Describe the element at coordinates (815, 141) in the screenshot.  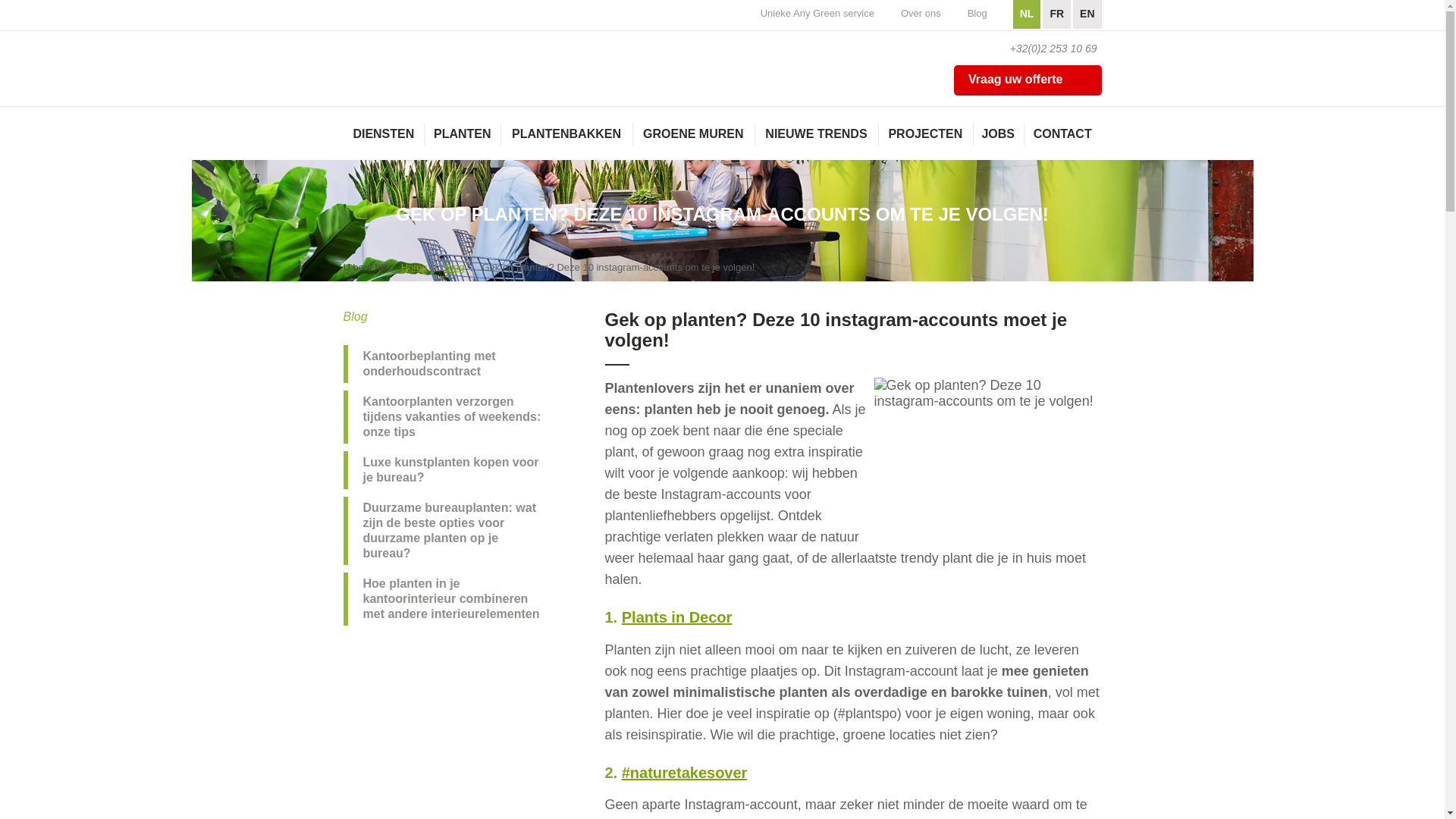
I see `'NIEUWE TRENDS'` at that location.